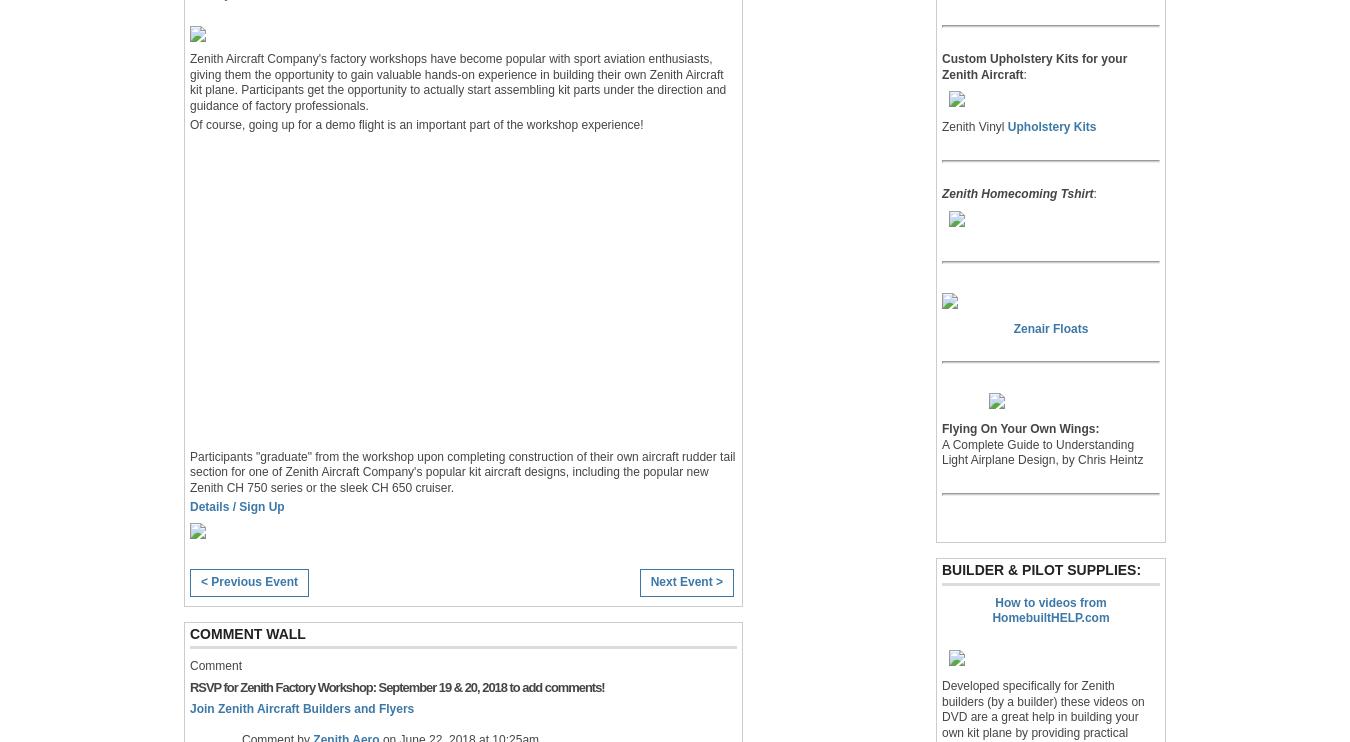 The height and width of the screenshot is (742, 1350). I want to click on 'Zenair Floats', so click(1013, 326).